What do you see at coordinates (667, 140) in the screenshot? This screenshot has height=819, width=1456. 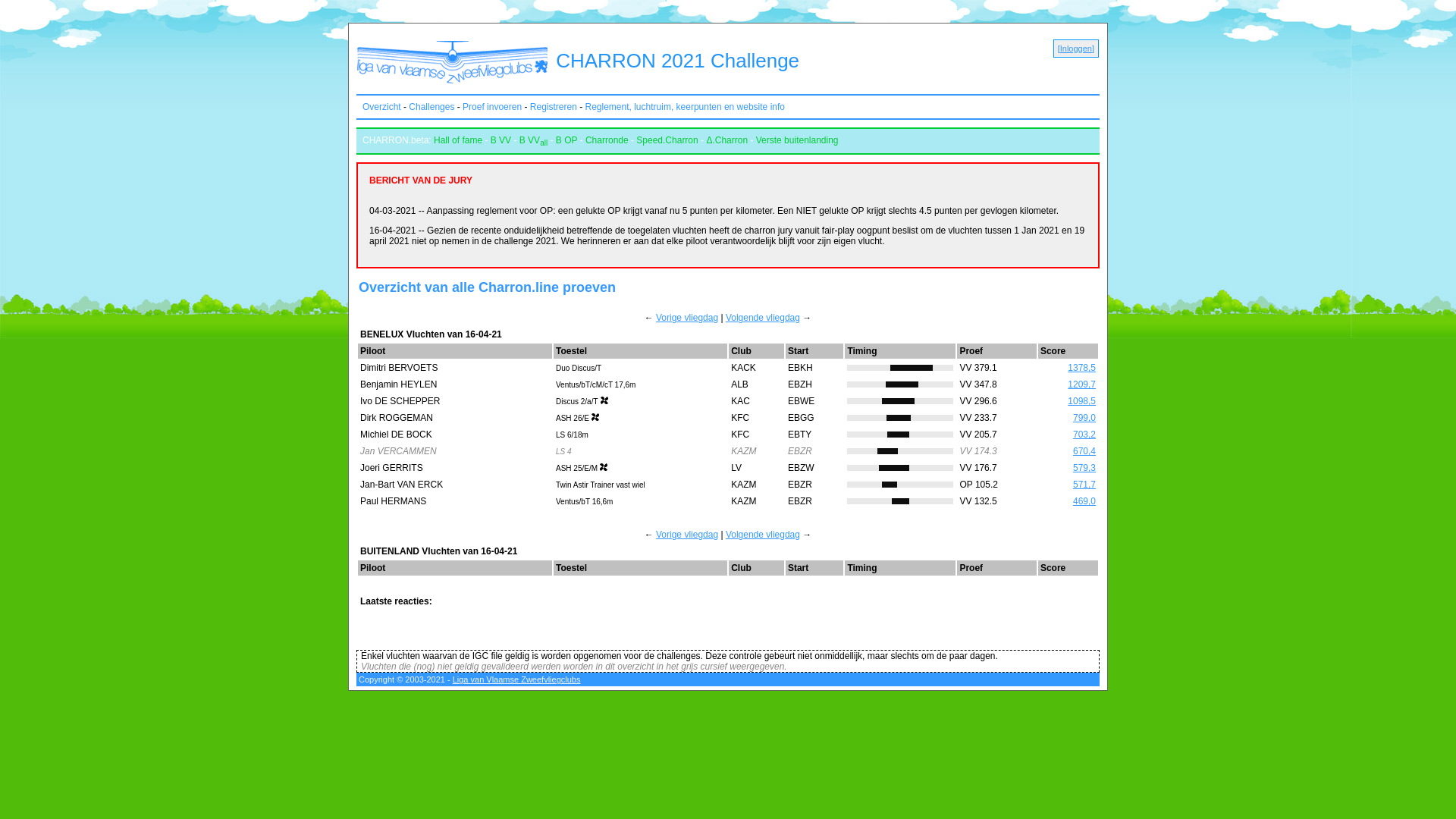 I see `'Speed.Charron'` at bounding box center [667, 140].